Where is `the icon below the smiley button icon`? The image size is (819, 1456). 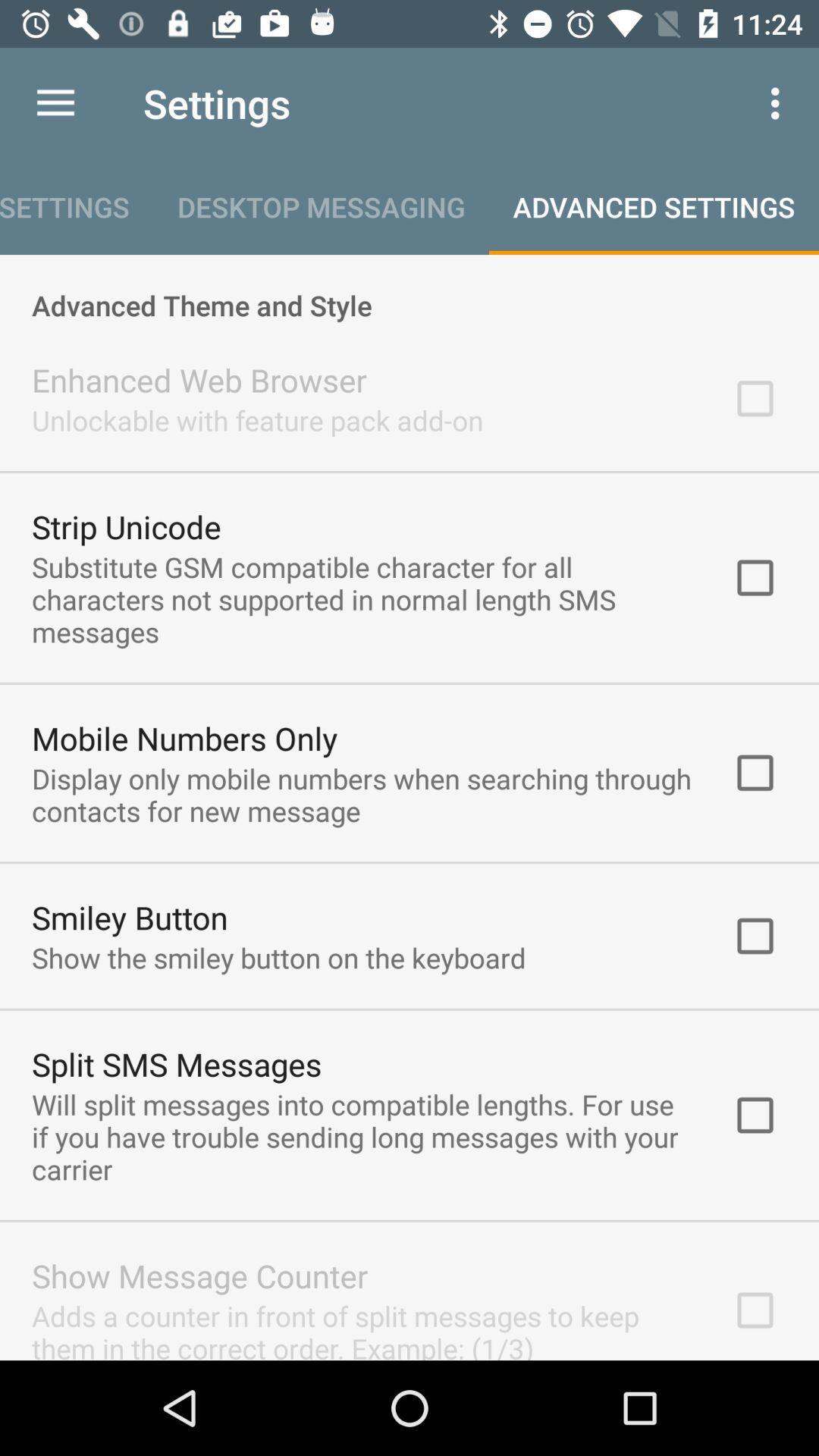 the icon below the smiley button icon is located at coordinates (278, 956).